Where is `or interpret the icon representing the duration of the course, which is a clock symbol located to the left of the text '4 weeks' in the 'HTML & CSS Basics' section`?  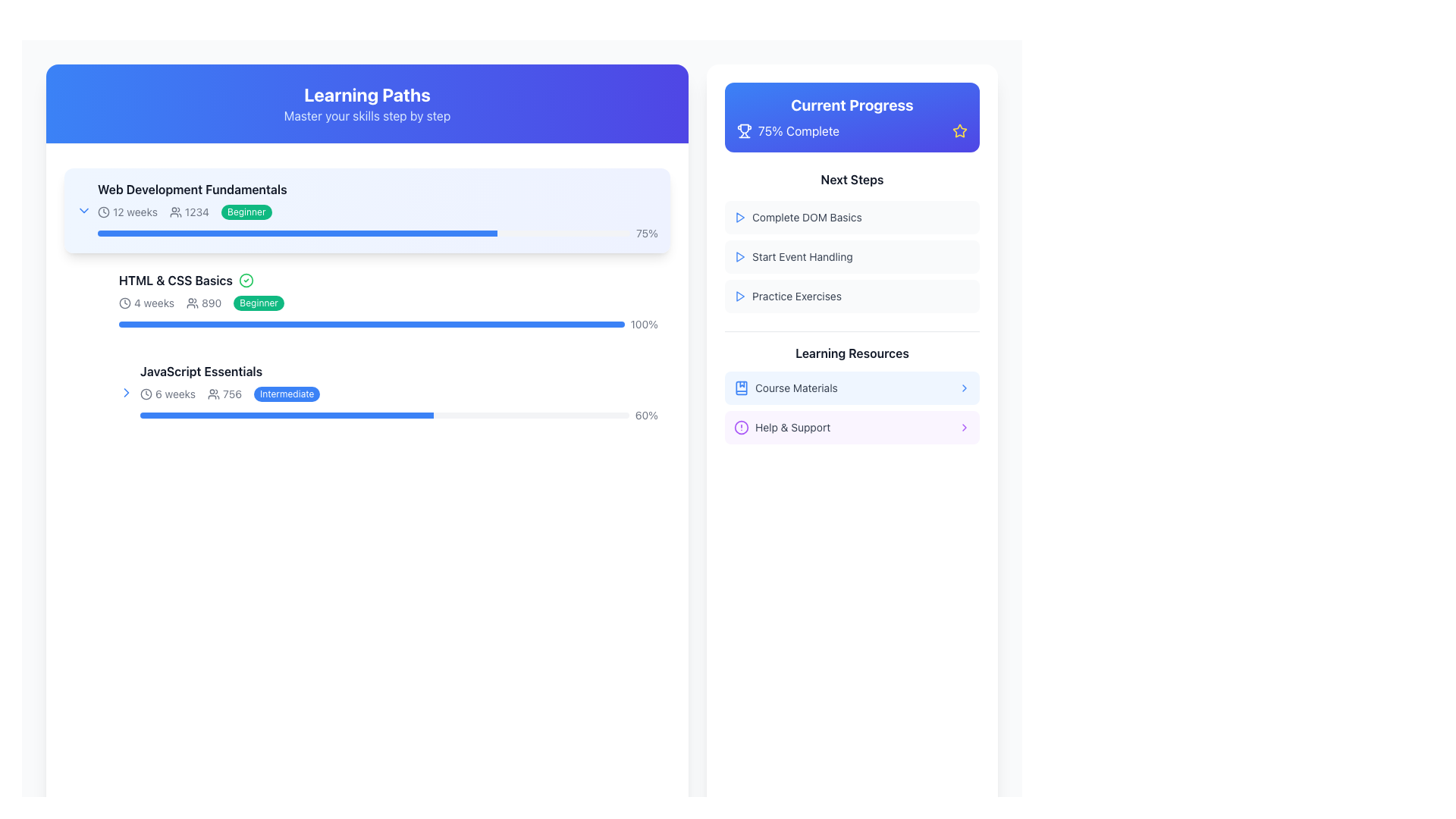
or interpret the icon representing the duration of the course, which is a clock symbol located to the left of the text '4 weeks' in the 'HTML & CSS Basics' section is located at coordinates (124, 303).